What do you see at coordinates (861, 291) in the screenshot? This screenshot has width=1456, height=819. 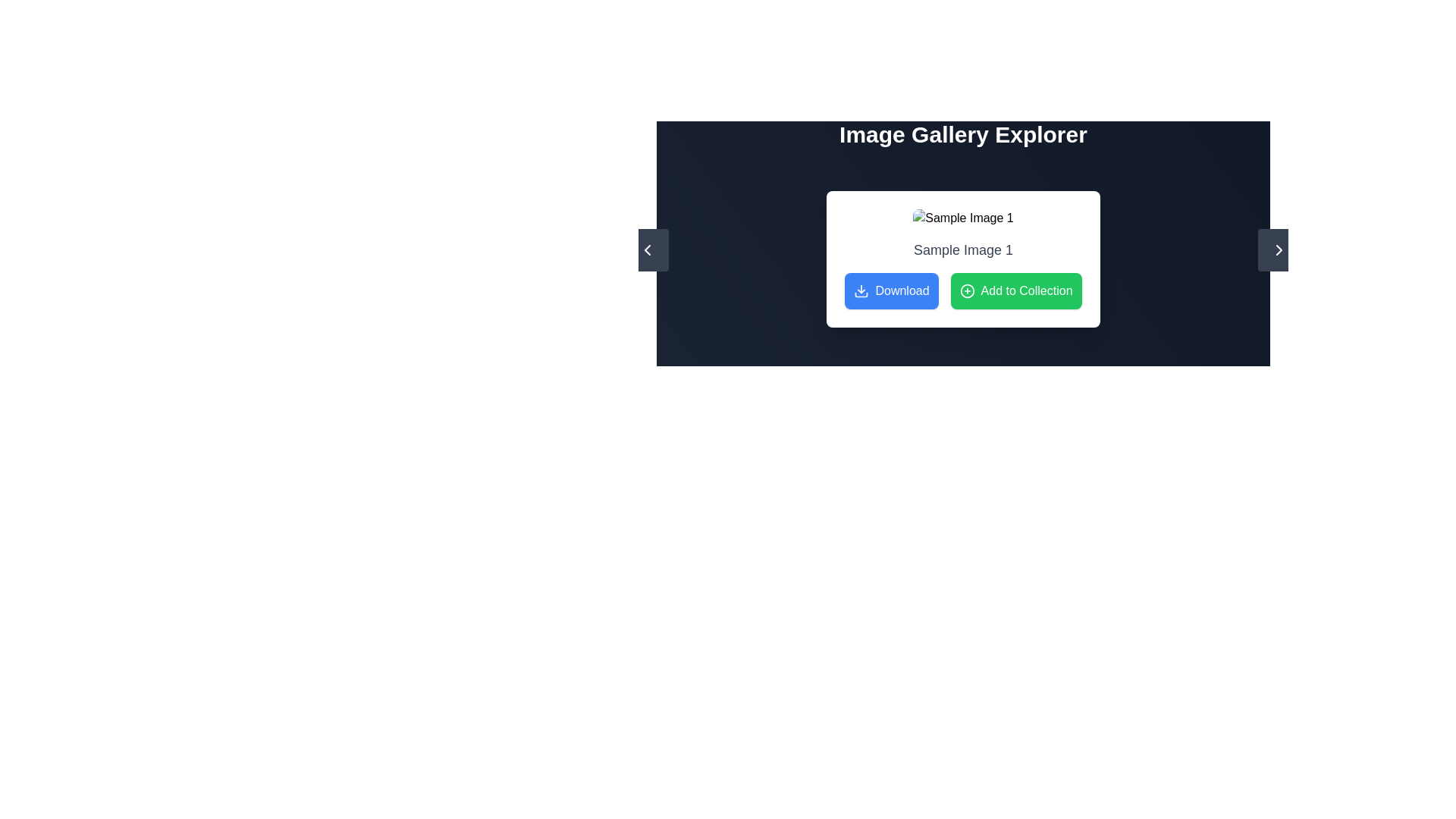 I see `the 'Download' button which contains the download icon to initiate the download action` at bounding box center [861, 291].